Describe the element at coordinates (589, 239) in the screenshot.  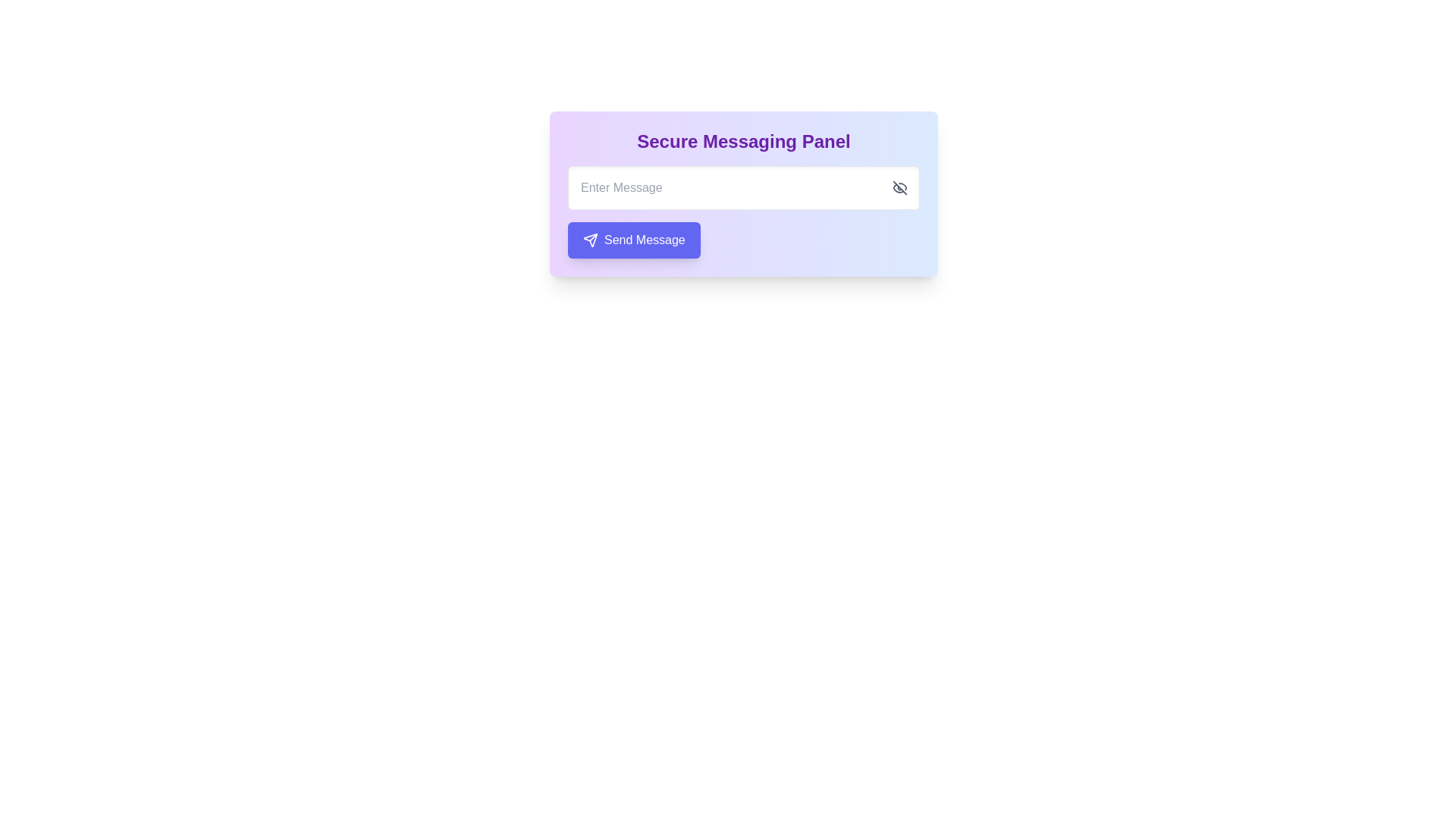
I see `the decorative icon element that signifies the send action within the 'Send Message' button located at the lower left of the interface` at that location.